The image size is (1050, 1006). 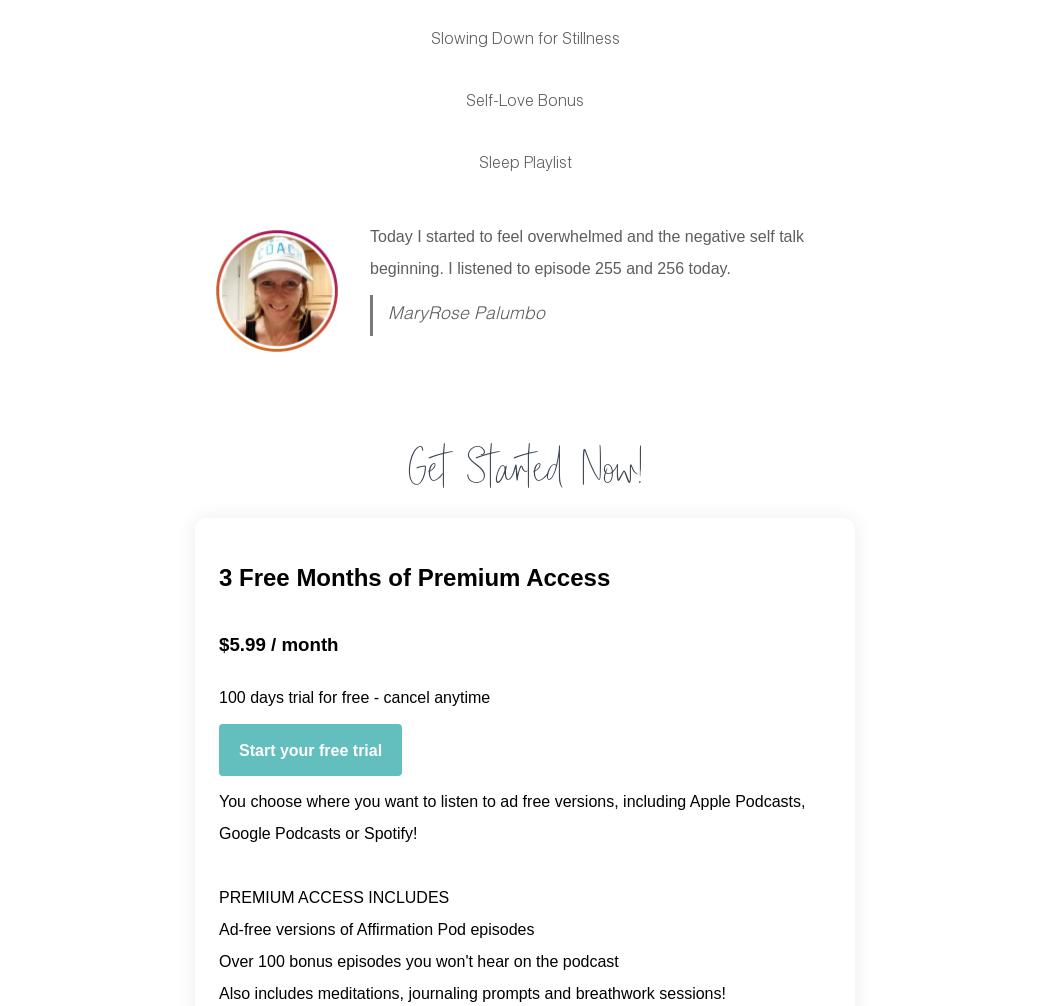 I want to click on 'Self-Love Bonus', so click(x=525, y=102).